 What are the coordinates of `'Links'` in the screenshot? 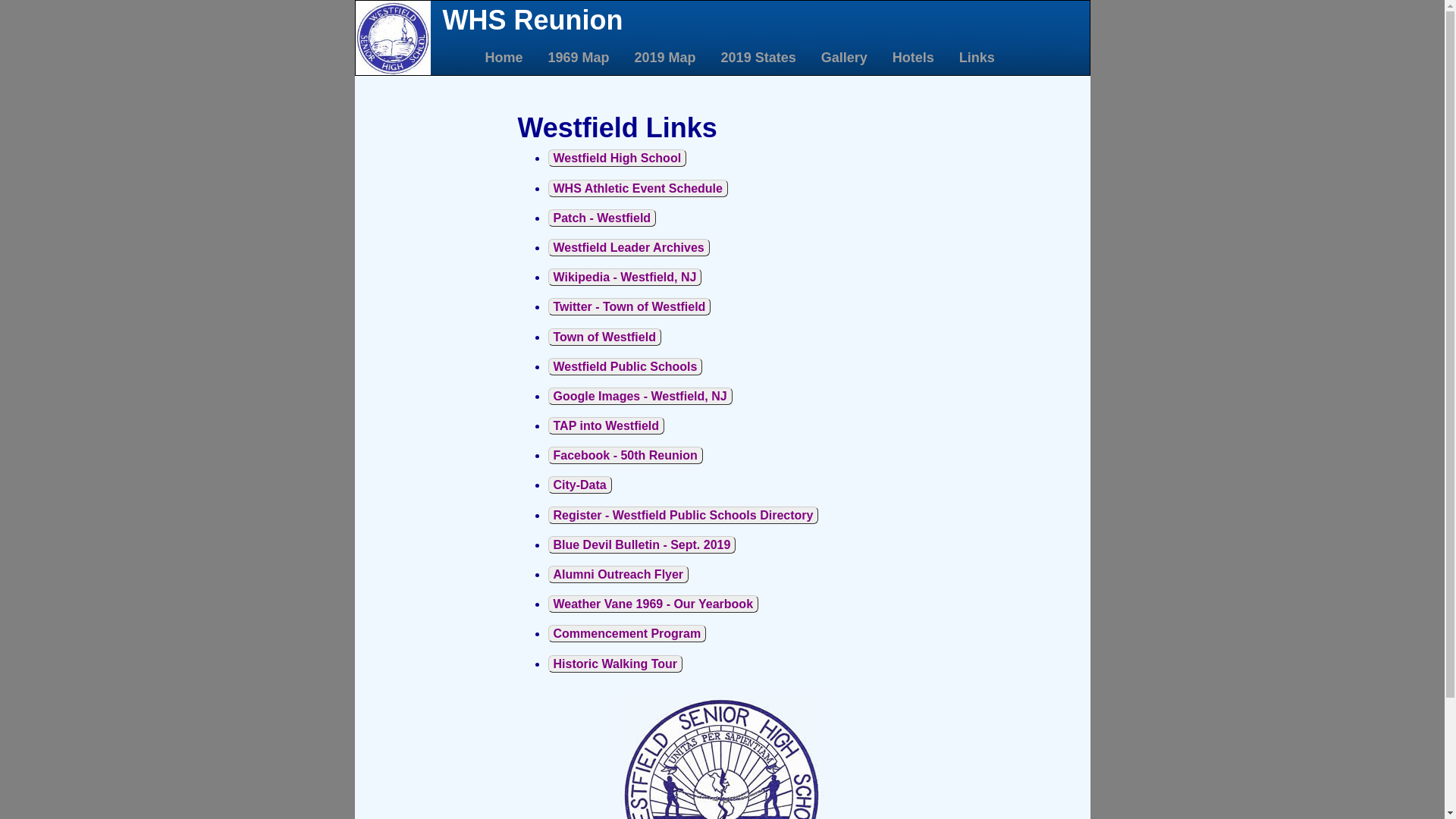 It's located at (975, 57).